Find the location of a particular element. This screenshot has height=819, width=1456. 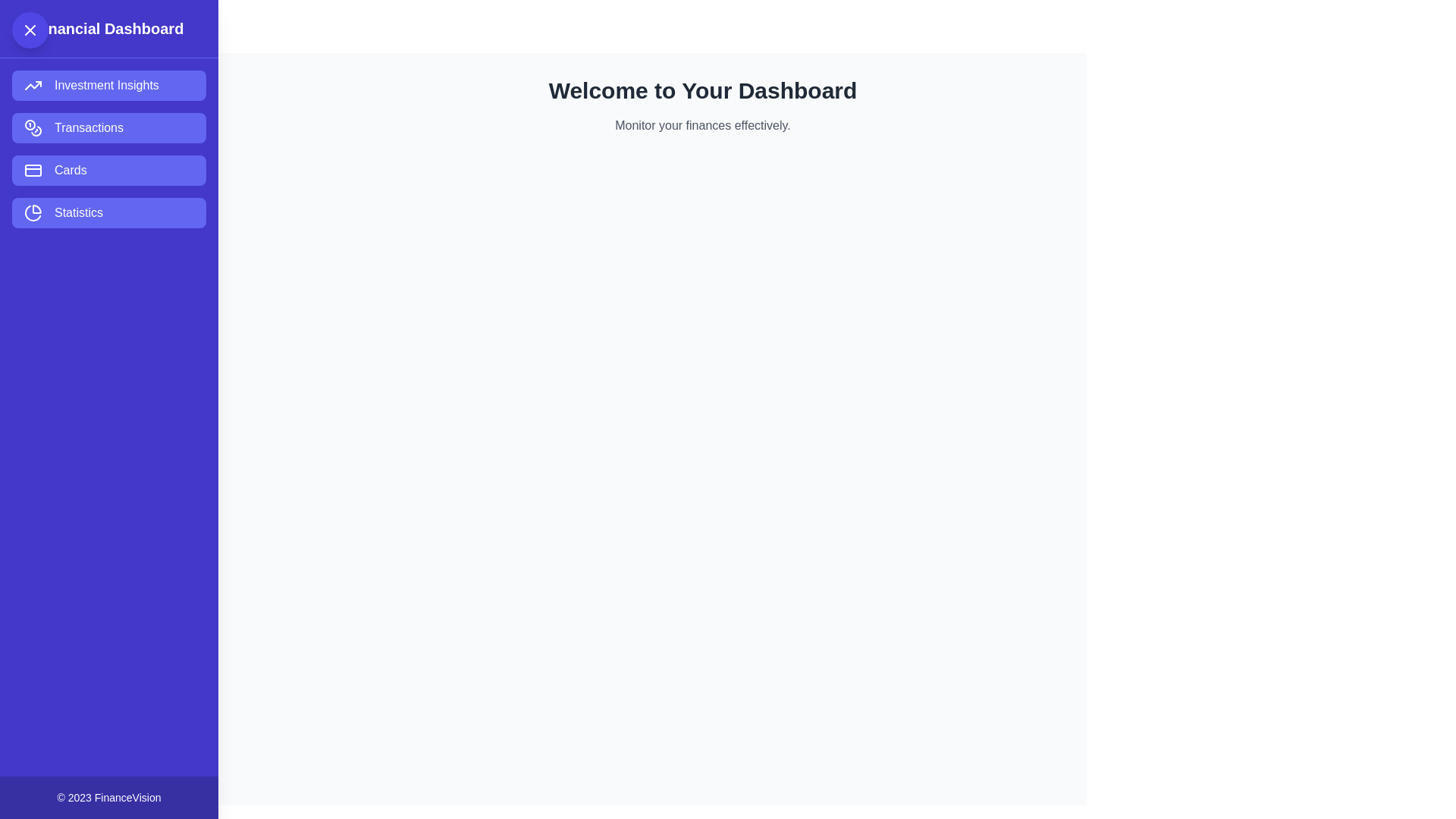

the 'Investment Insights' button located in the sidebar menu is located at coordinates (105, 85).